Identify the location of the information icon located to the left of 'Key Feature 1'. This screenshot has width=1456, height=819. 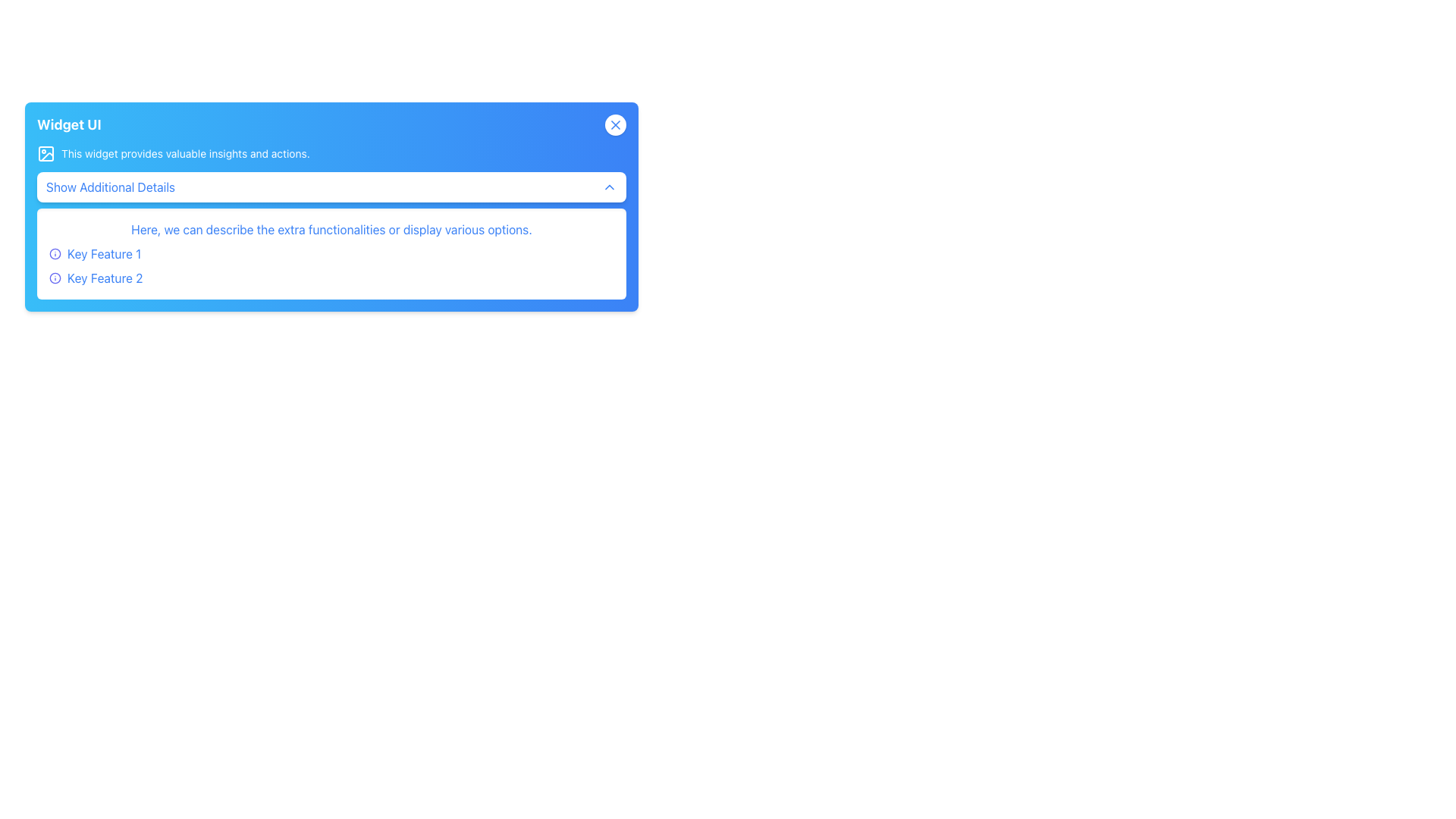
(55, 253).